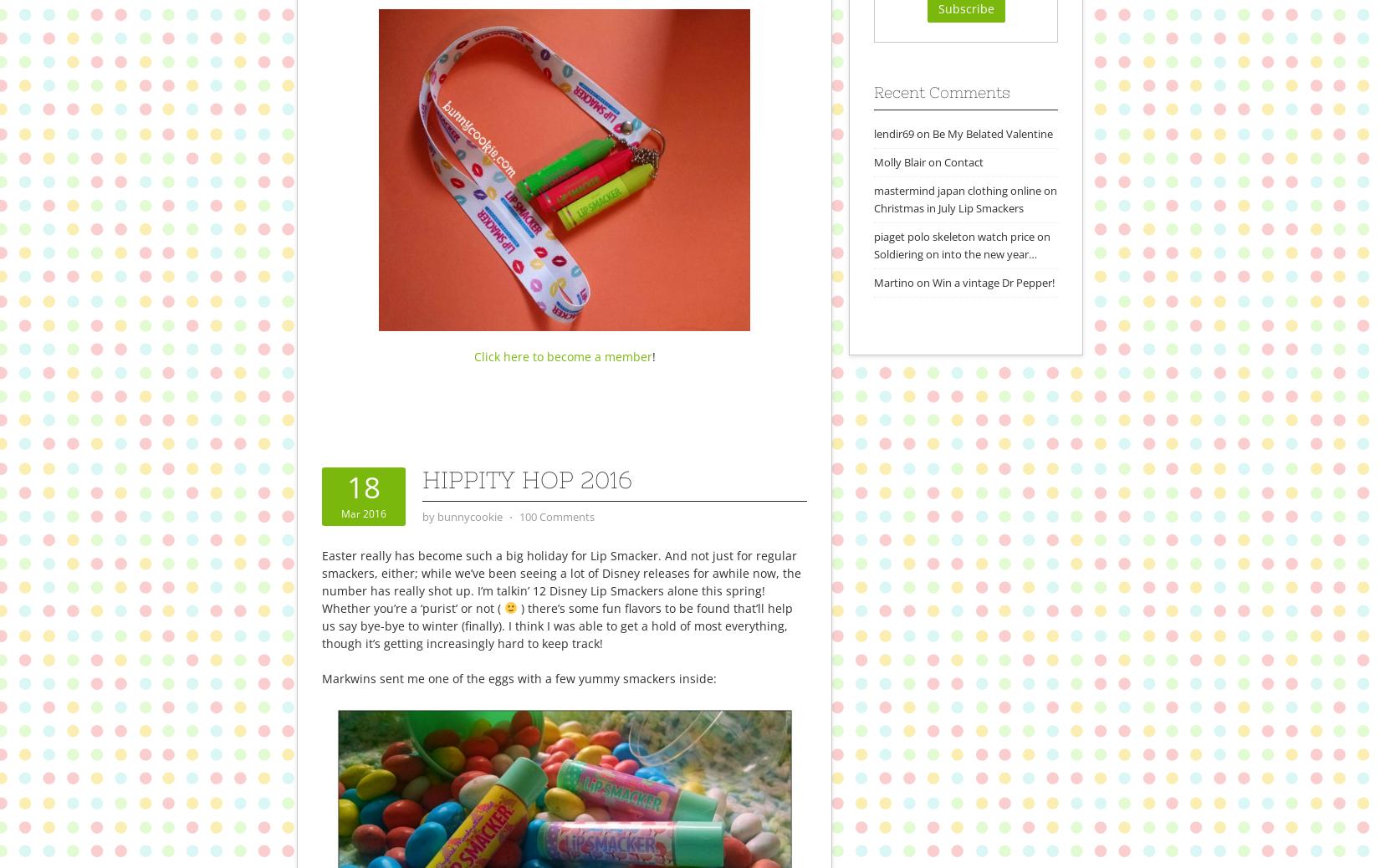 This screenshot has width=1380, height=868. What do you see at coordinates (321, 624) in the screenshot?
I see `') there’s some fun flavors to be found that’ll help us say bye-bye to winter (finally). I think I was able to get a hold of most everything, though it’s getting increasingly hard to keep track!'` at bounding box center [321, 624].